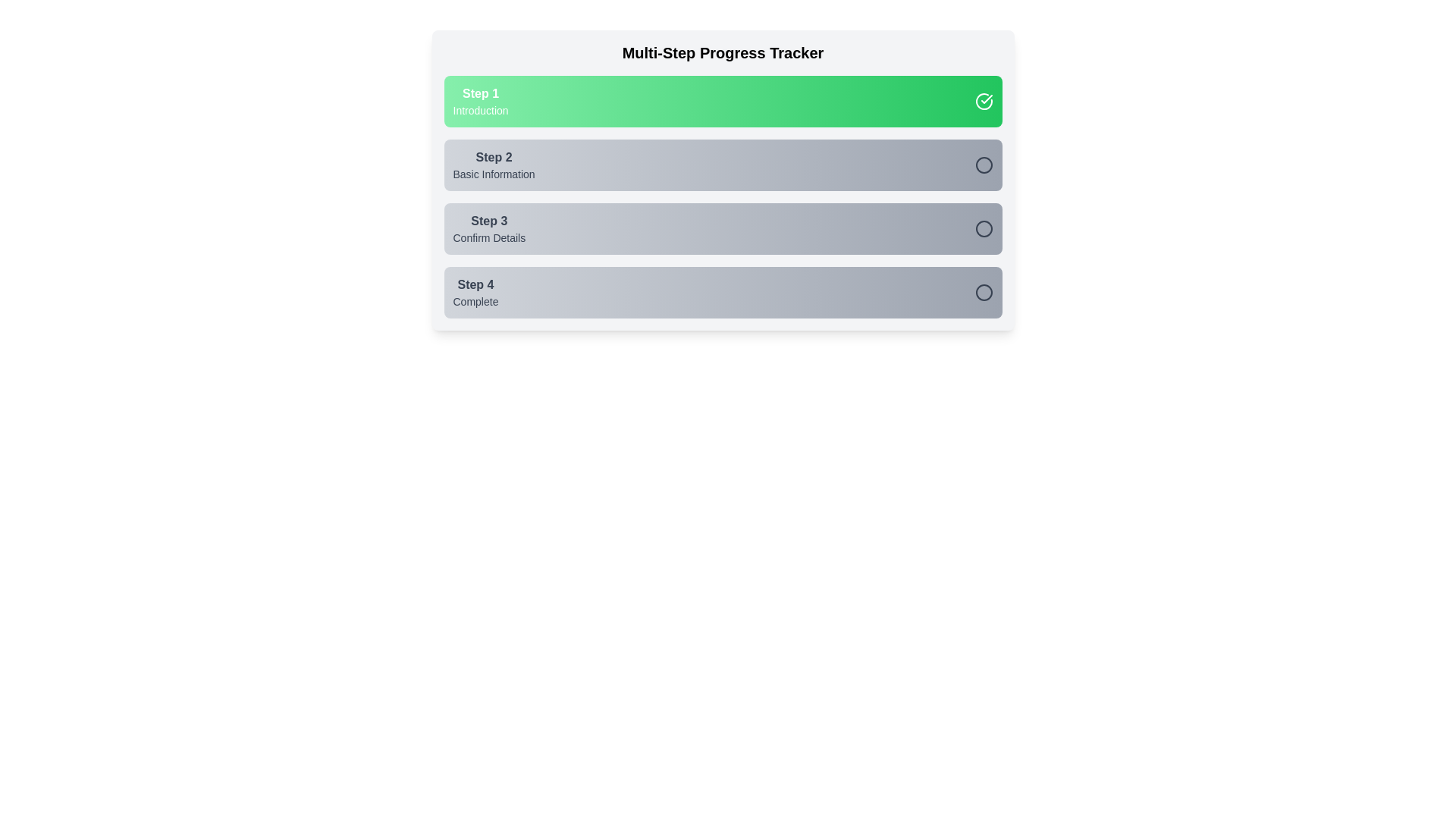  I want to click on the second step of the multi-step progress tracker, which is located between the first and third steps and is currently inactive, indicated by its gray panel and darker text, so click(722, 180).